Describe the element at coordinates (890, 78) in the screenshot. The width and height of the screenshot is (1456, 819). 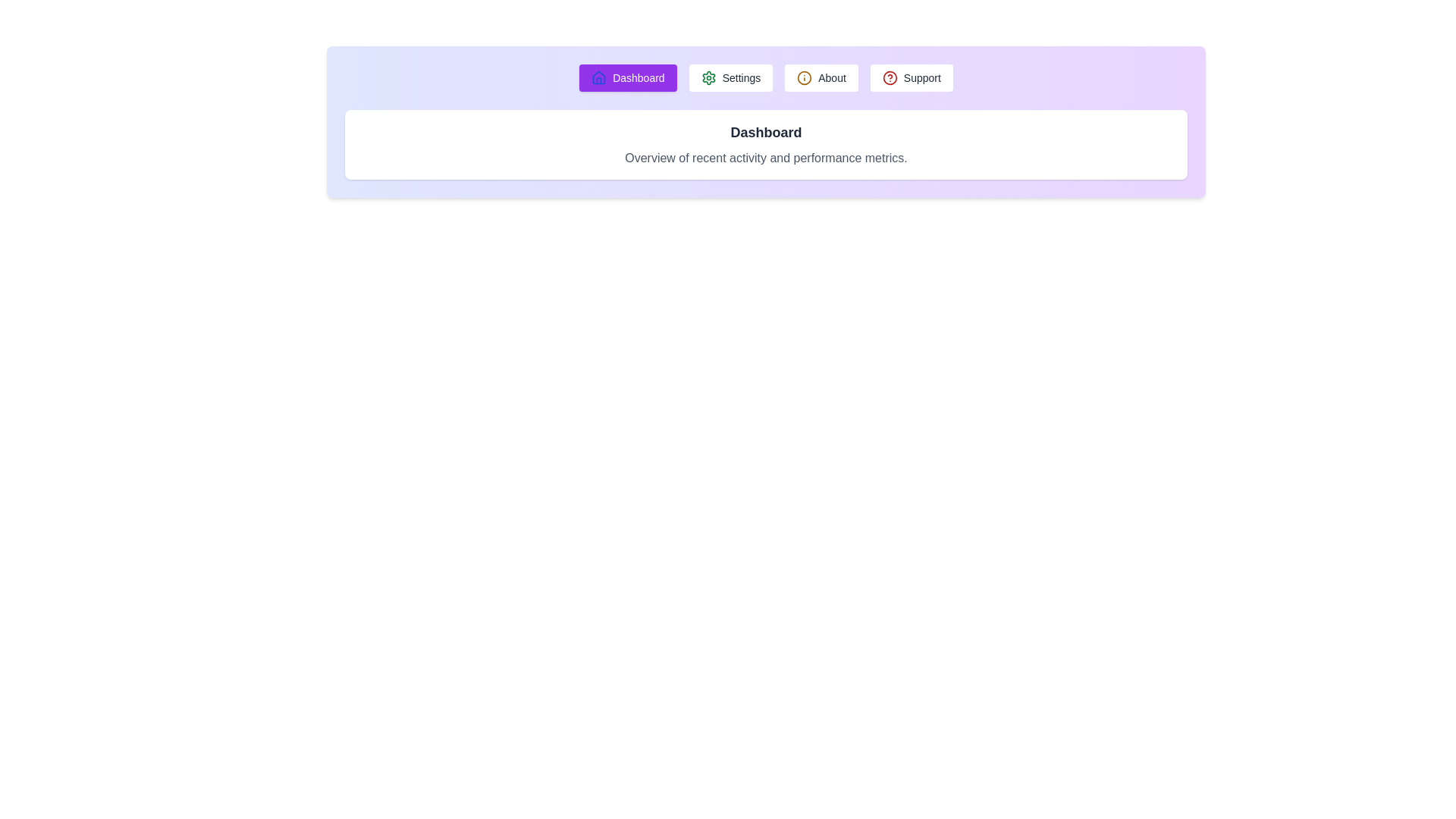
I see `the icon associated with the Support tab` at that location.